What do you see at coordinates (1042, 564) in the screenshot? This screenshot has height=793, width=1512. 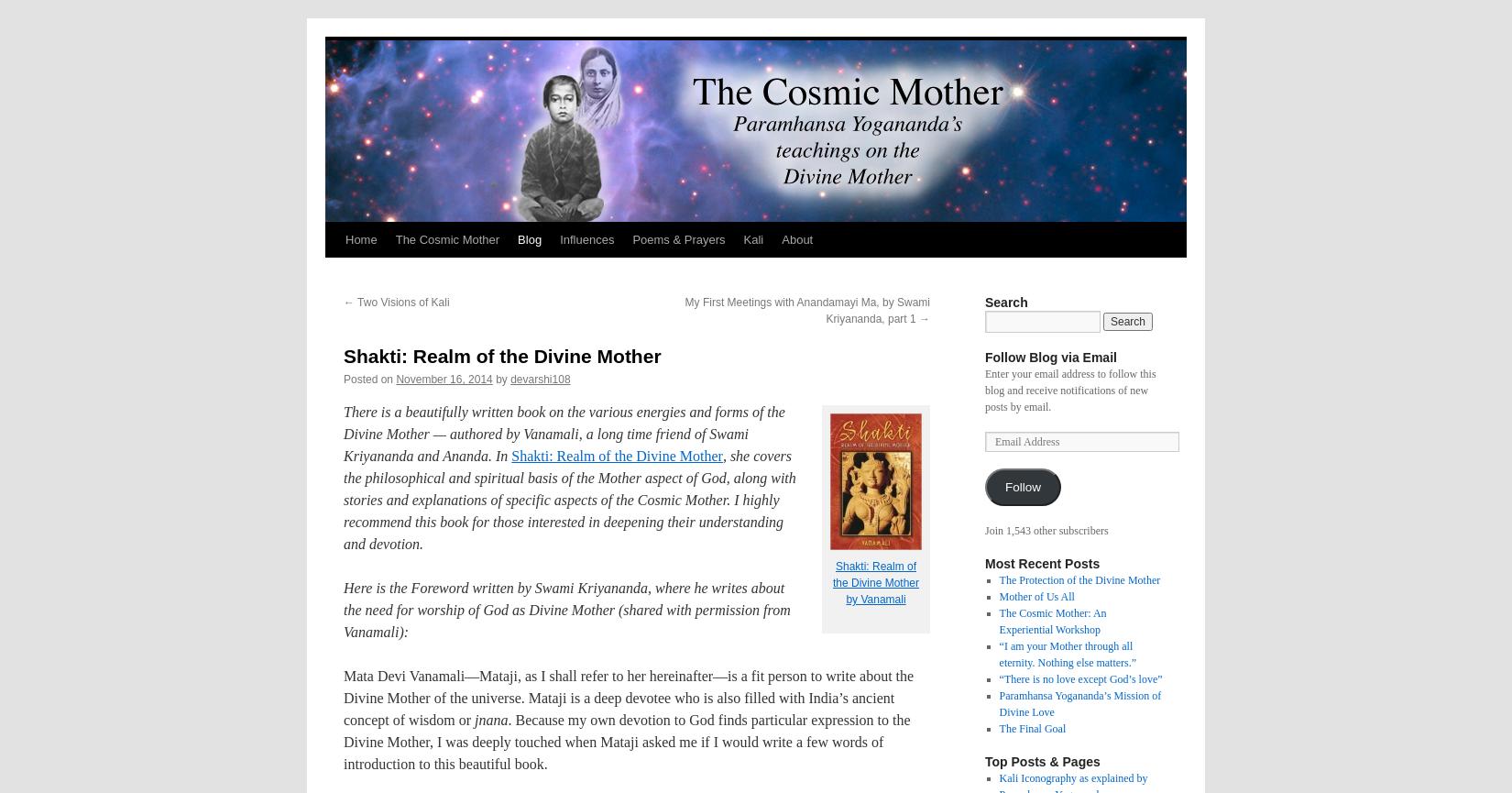 I see `'Most Recent Posts'` at bounding box center [1042, 564].